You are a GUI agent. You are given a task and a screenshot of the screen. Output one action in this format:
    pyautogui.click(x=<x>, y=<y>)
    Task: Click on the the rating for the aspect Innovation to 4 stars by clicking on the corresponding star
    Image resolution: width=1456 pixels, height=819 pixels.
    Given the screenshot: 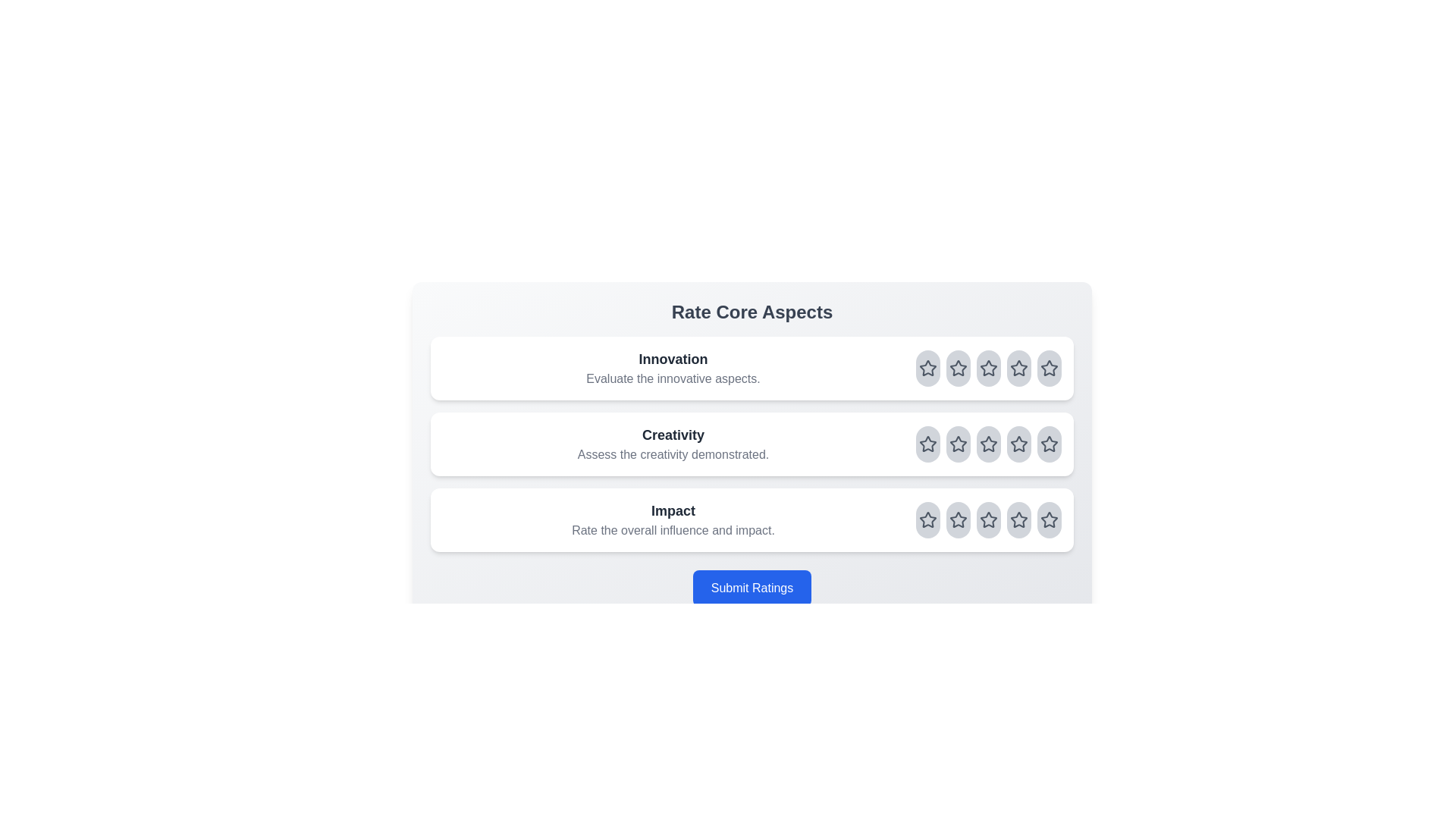 What is the action you would take?
    pyautogui.click(x=1019, y=369)
    